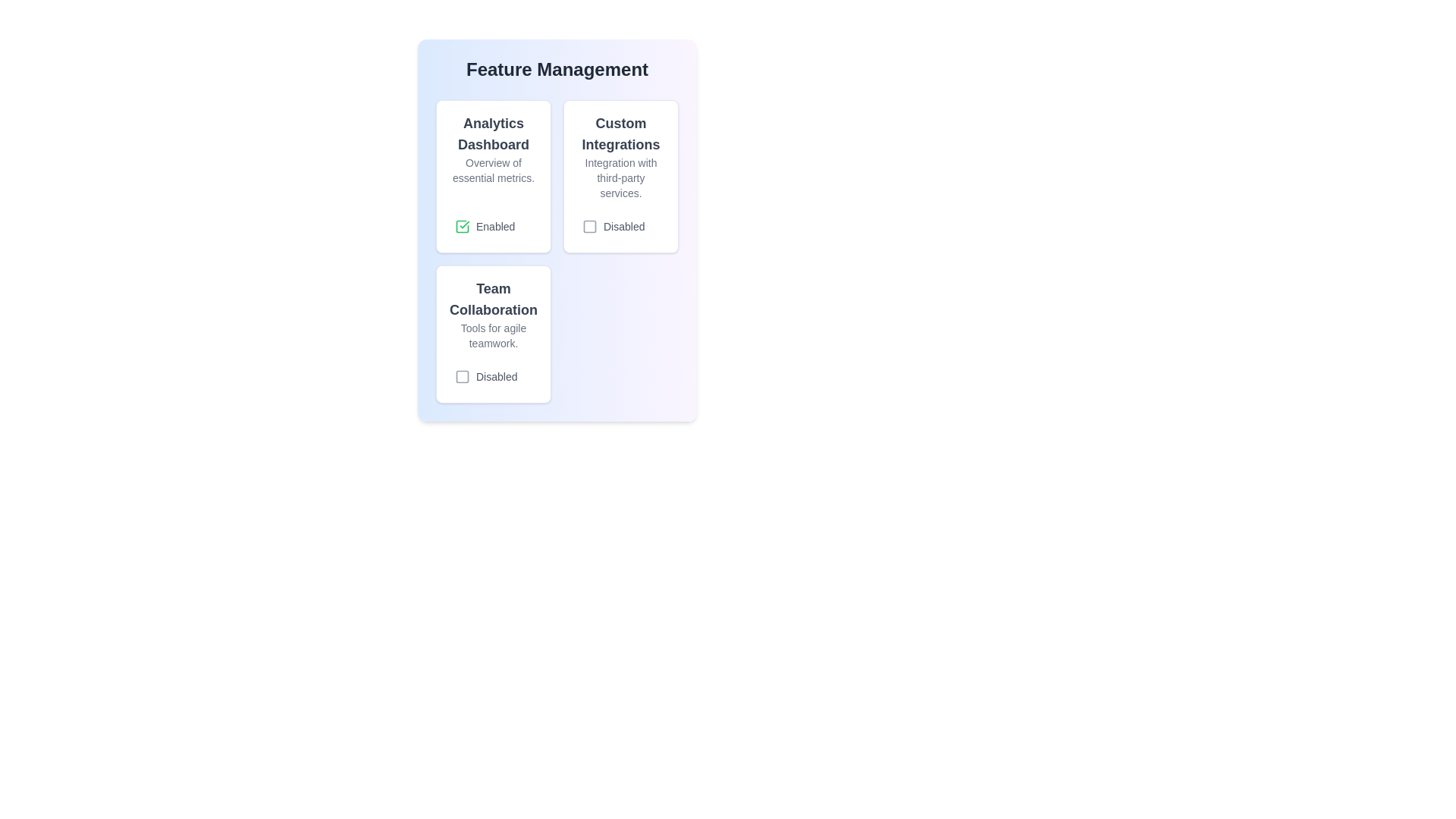 The width and height of the screenshot is (1456, 819). Describe the element at coordinates (486, 376) in the screenshot. I see `the label 'Disabled' of the checkbox located in the bottom section of the 'Team Collaboration' card, which is positioned below the text 'Tools for agile teamwork.'` at that location.